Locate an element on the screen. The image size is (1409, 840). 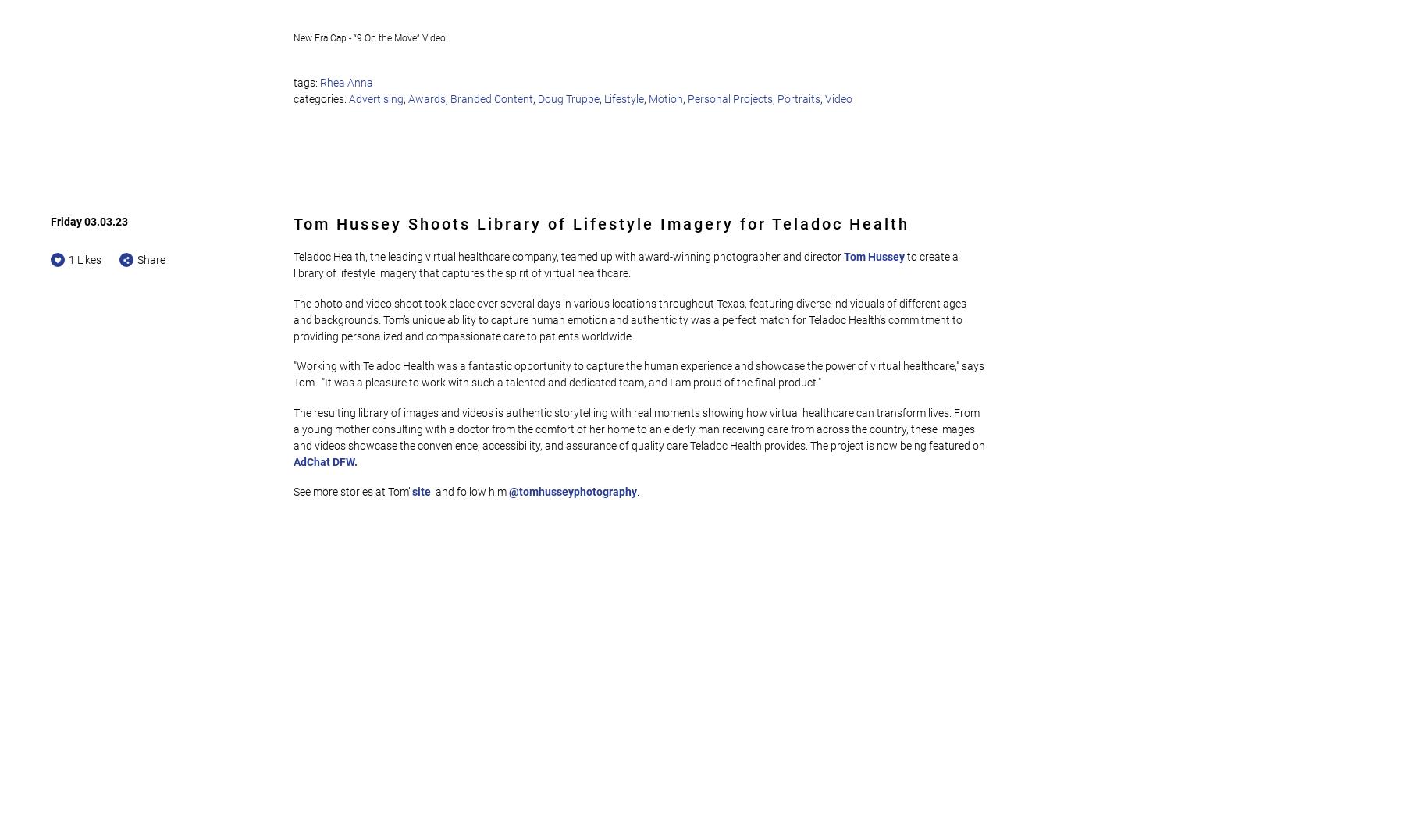
'to create a library of lifestyle imagery that captures the spirit of virtual healthcare.' is located at coordinates (627, 265).